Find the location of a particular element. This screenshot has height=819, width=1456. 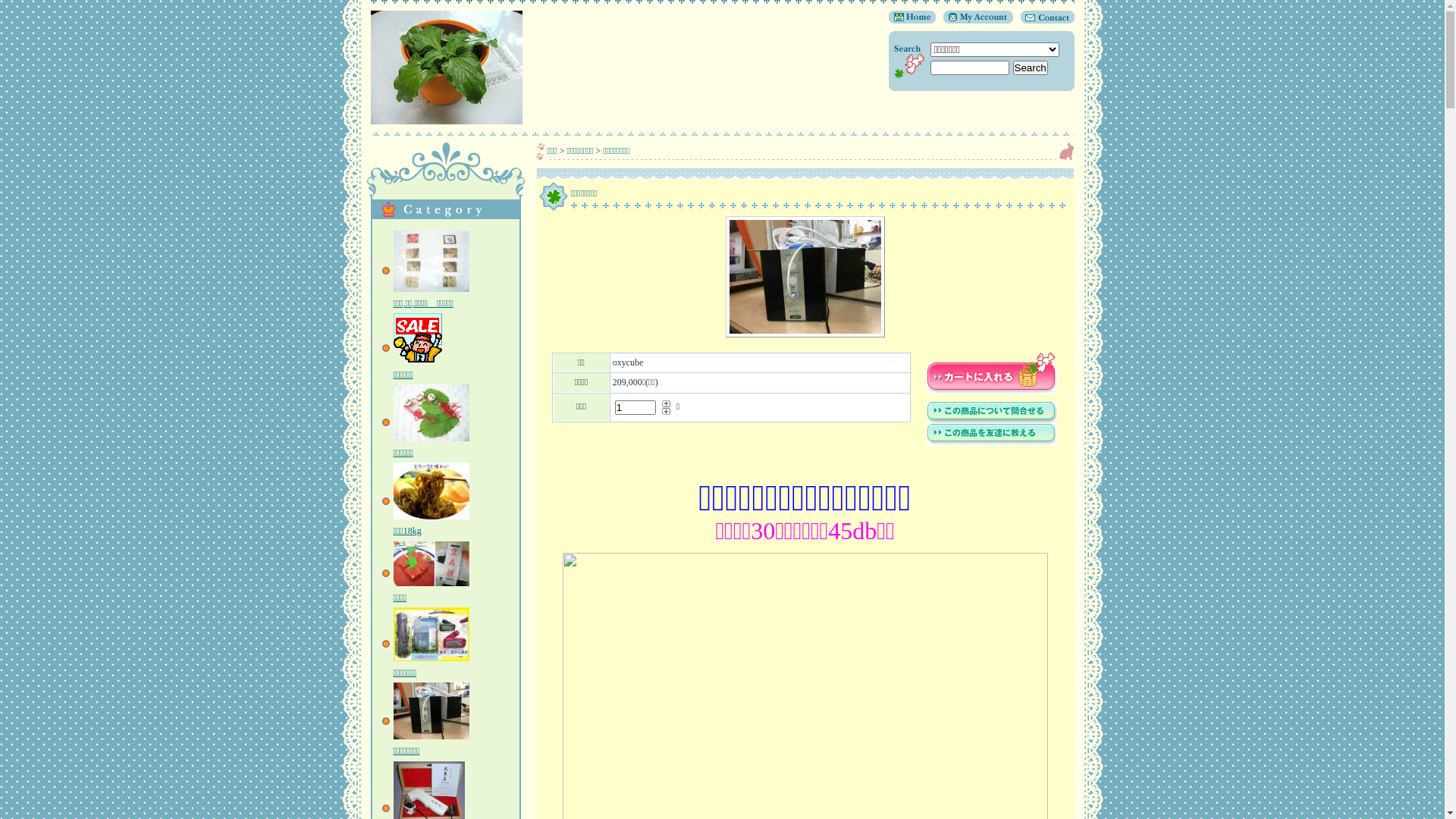

'Home' is located at coordinates (912, 20).